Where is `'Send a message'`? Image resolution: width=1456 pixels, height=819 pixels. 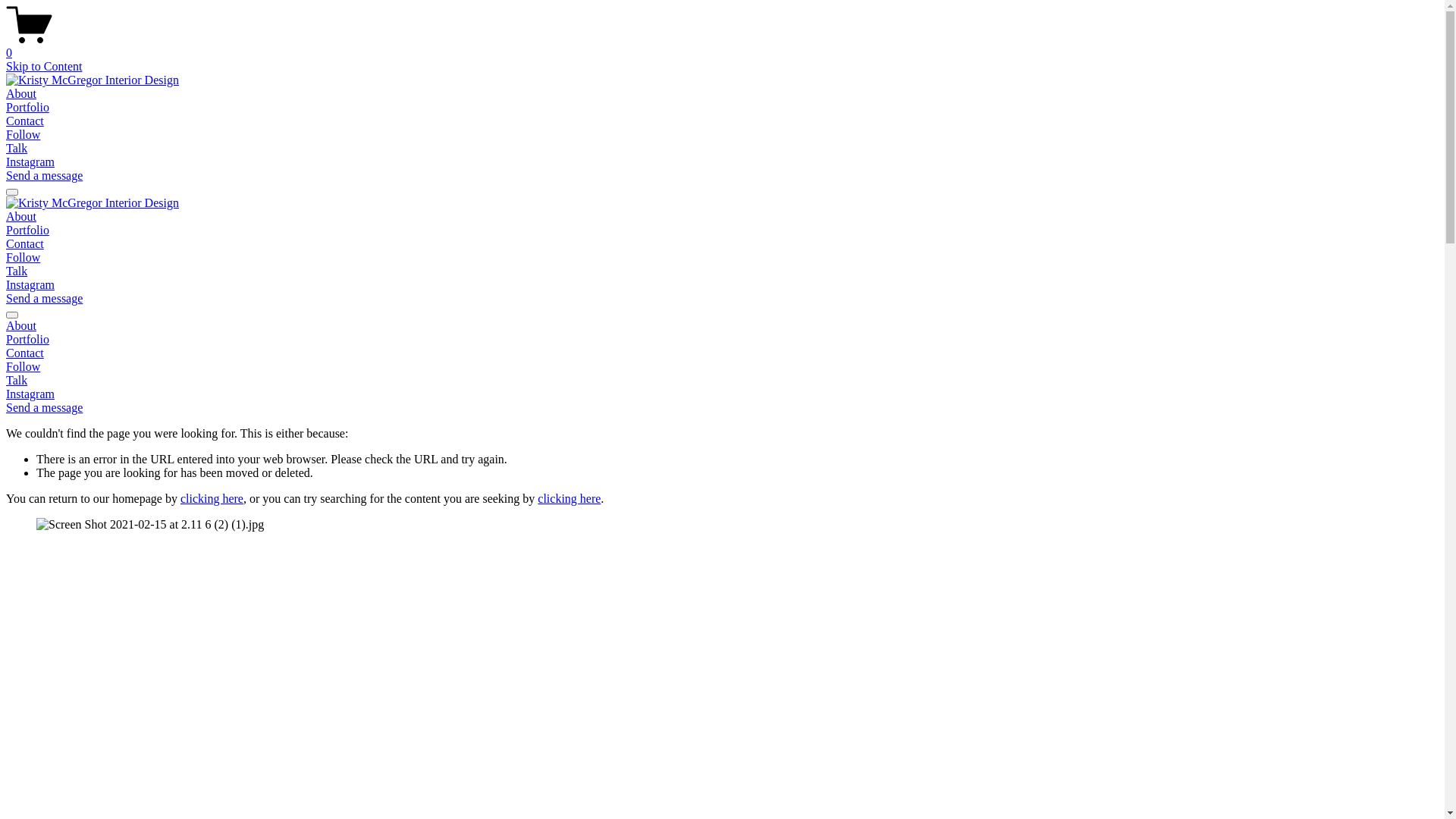
'Send a message' is located at coordinates (44, 406).